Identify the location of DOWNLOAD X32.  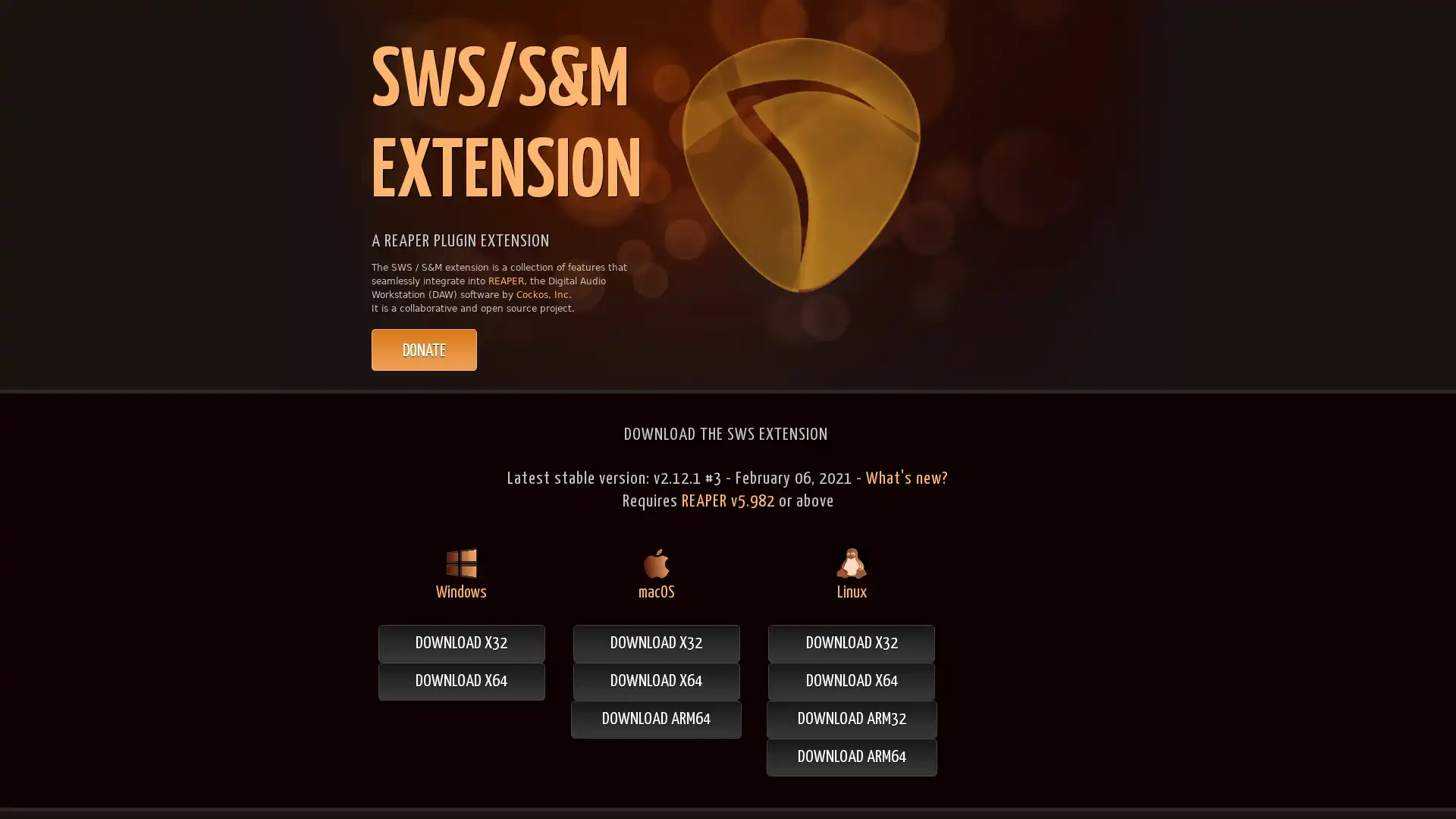
(971, 643).